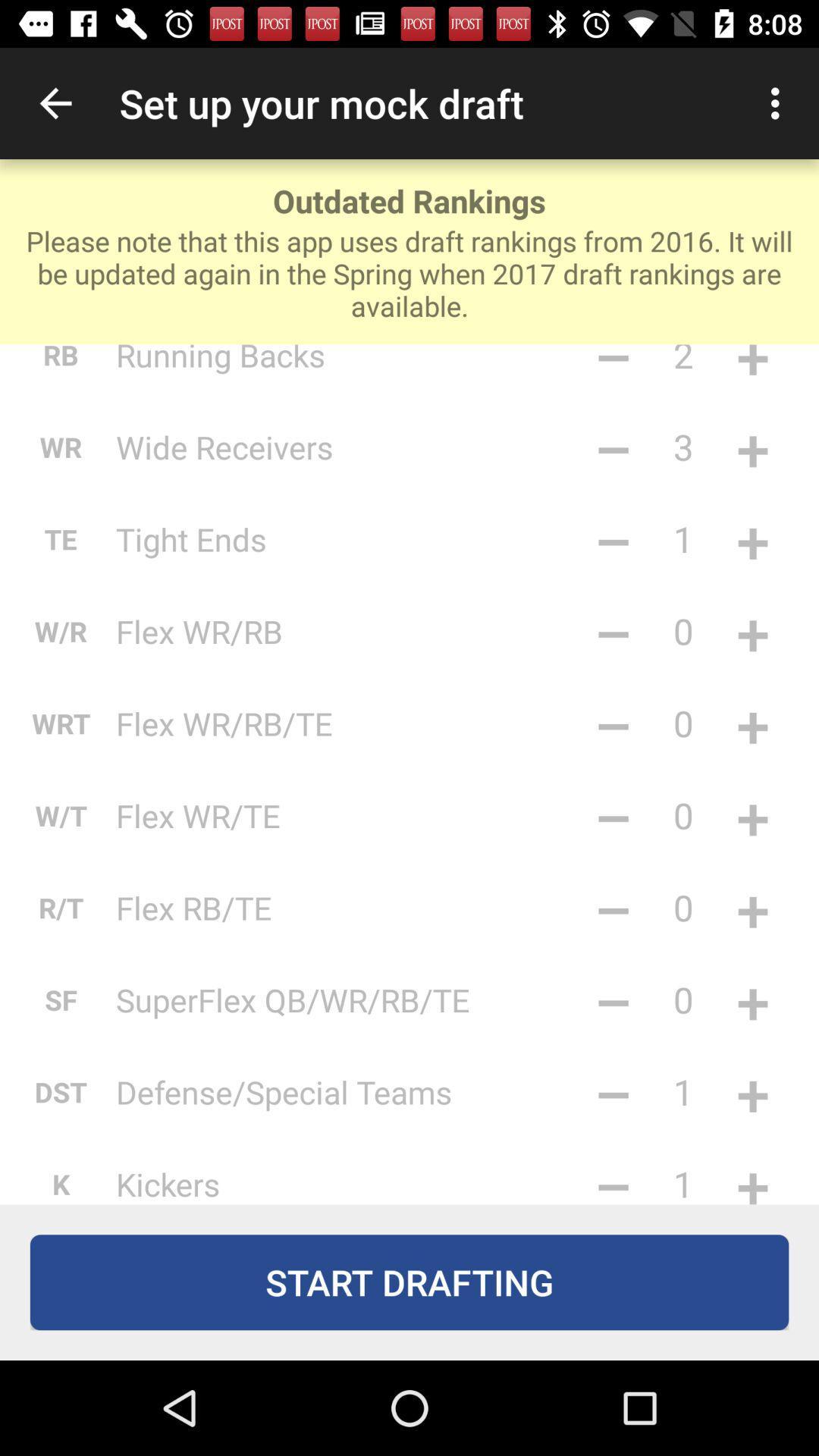 The width and height of the screenshot is (819, 1456). What do you see at coordinates (752, 369) in the screenshot?
I see `item to the right of 2 item` at bounding box center [752, 369].